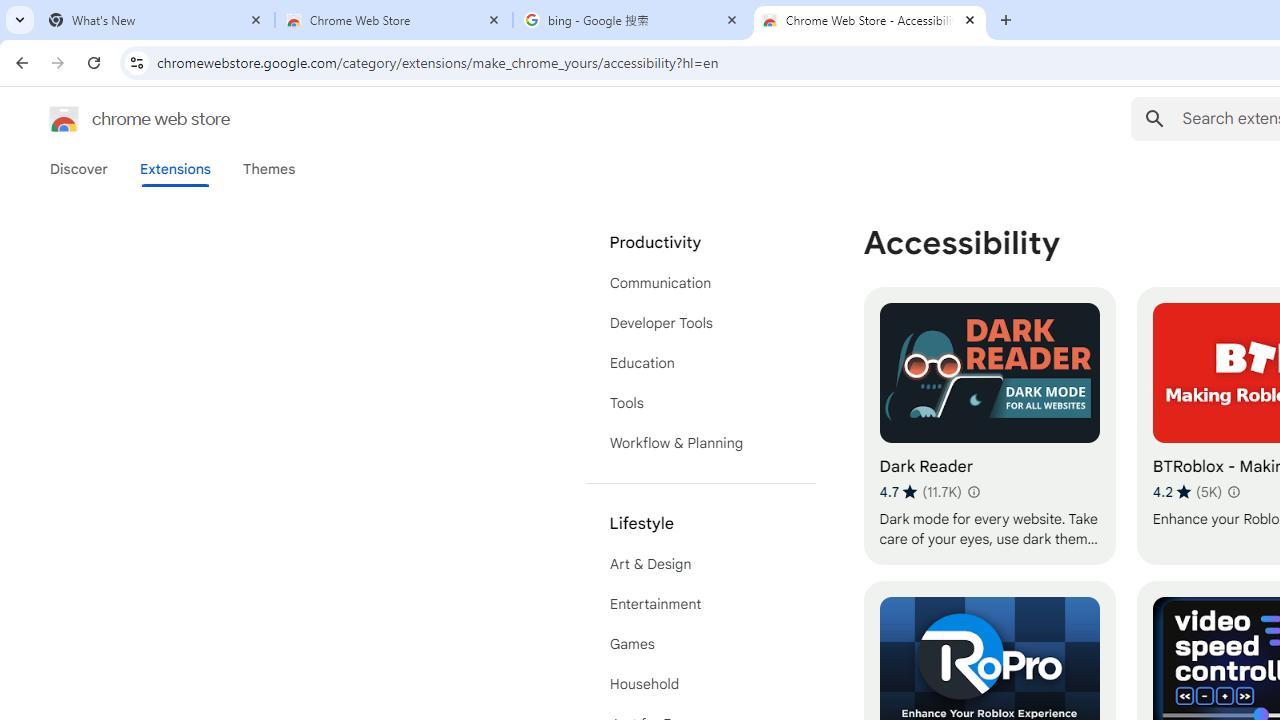 This screenshot has width=1280, height=720. What do you see at coordinates (700, 683) in the screenshot?
I see `'Household'` at bounding box center [700, 683].